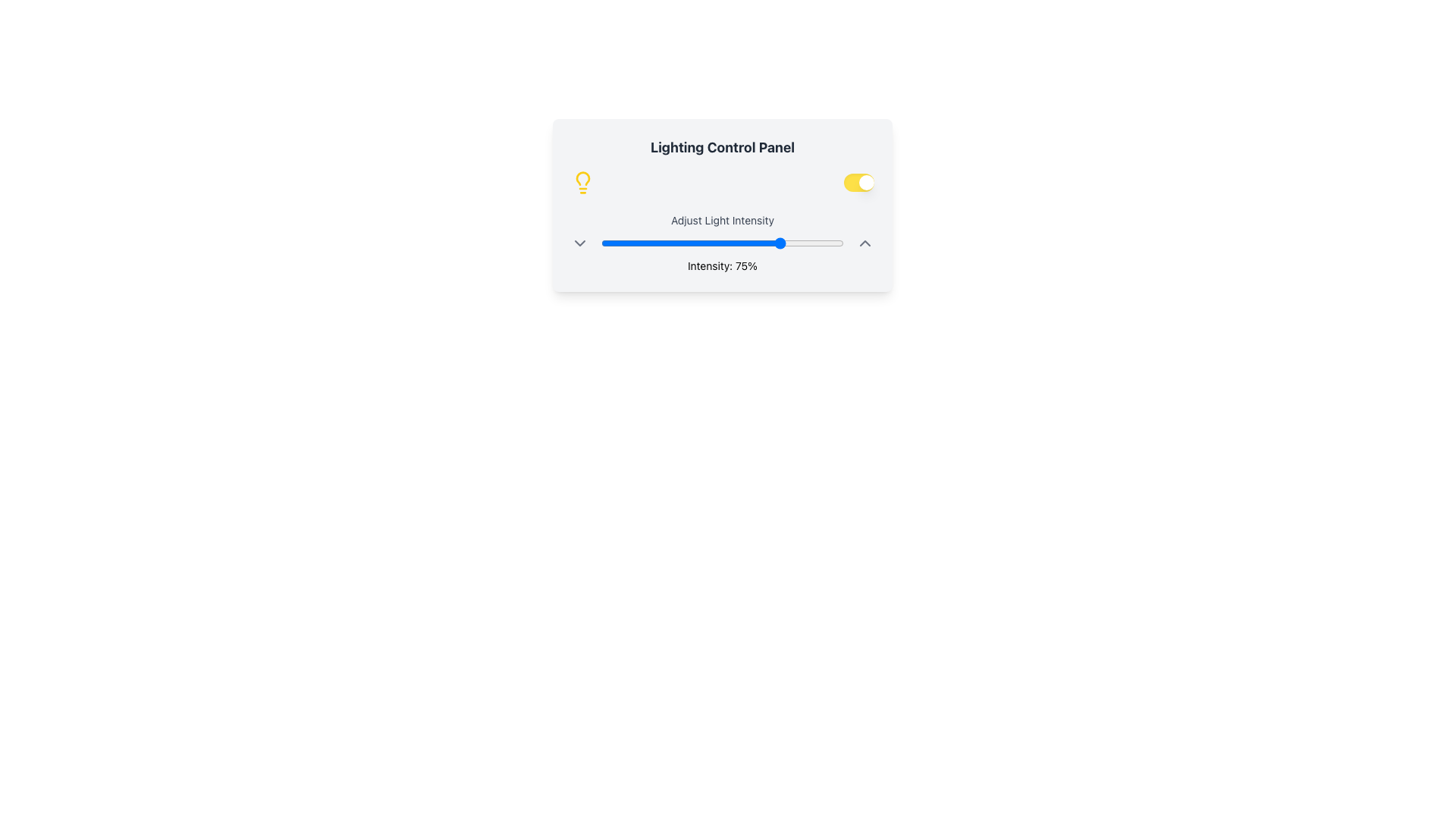 This screenshot has width=1456, height=819. I want to click on light intensity, so click(630, 242).